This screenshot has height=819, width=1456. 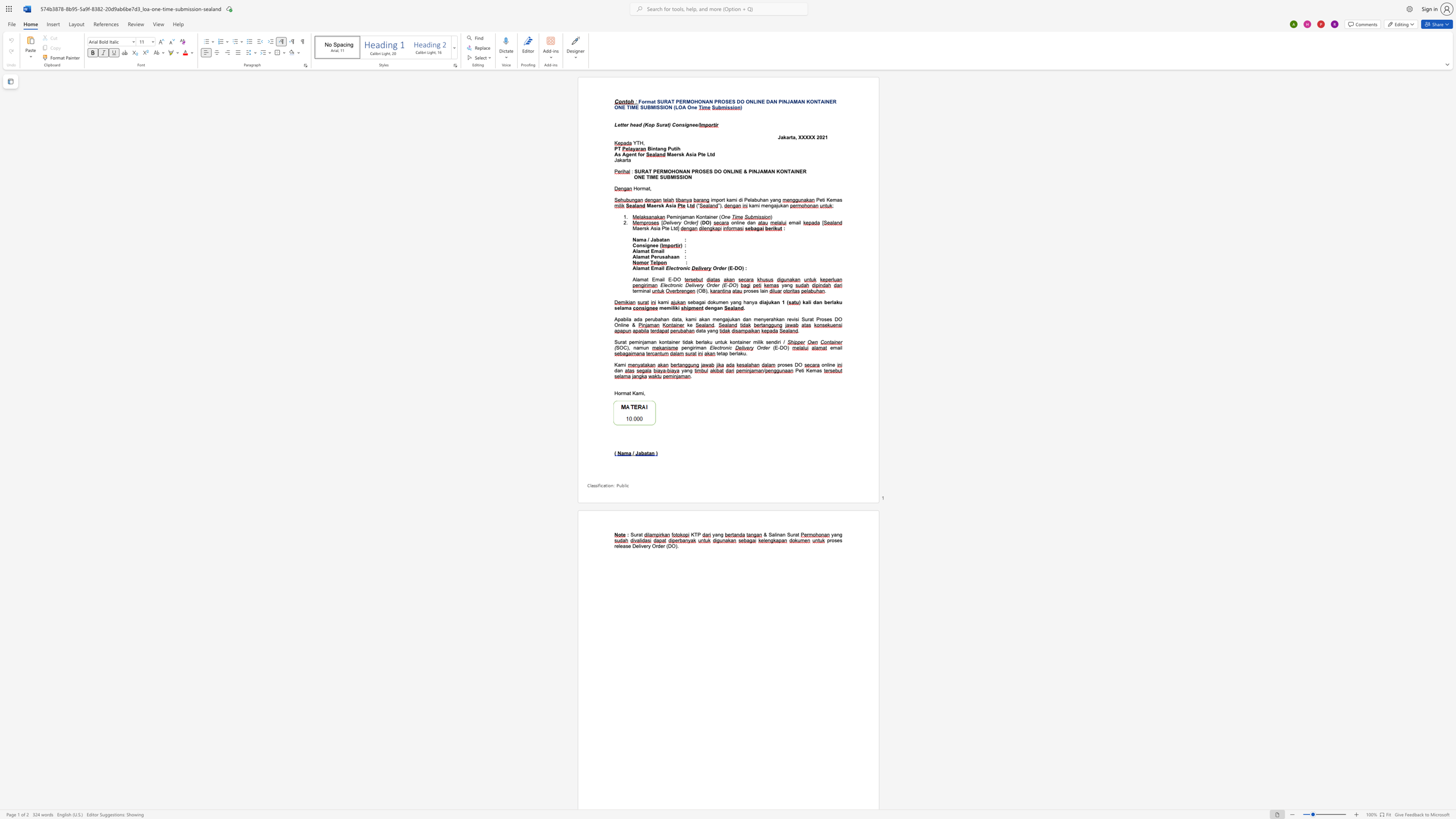 I want to click on the subset text "ntang Puti" within the text "Bintang Putih", so click(x=652, y=149).